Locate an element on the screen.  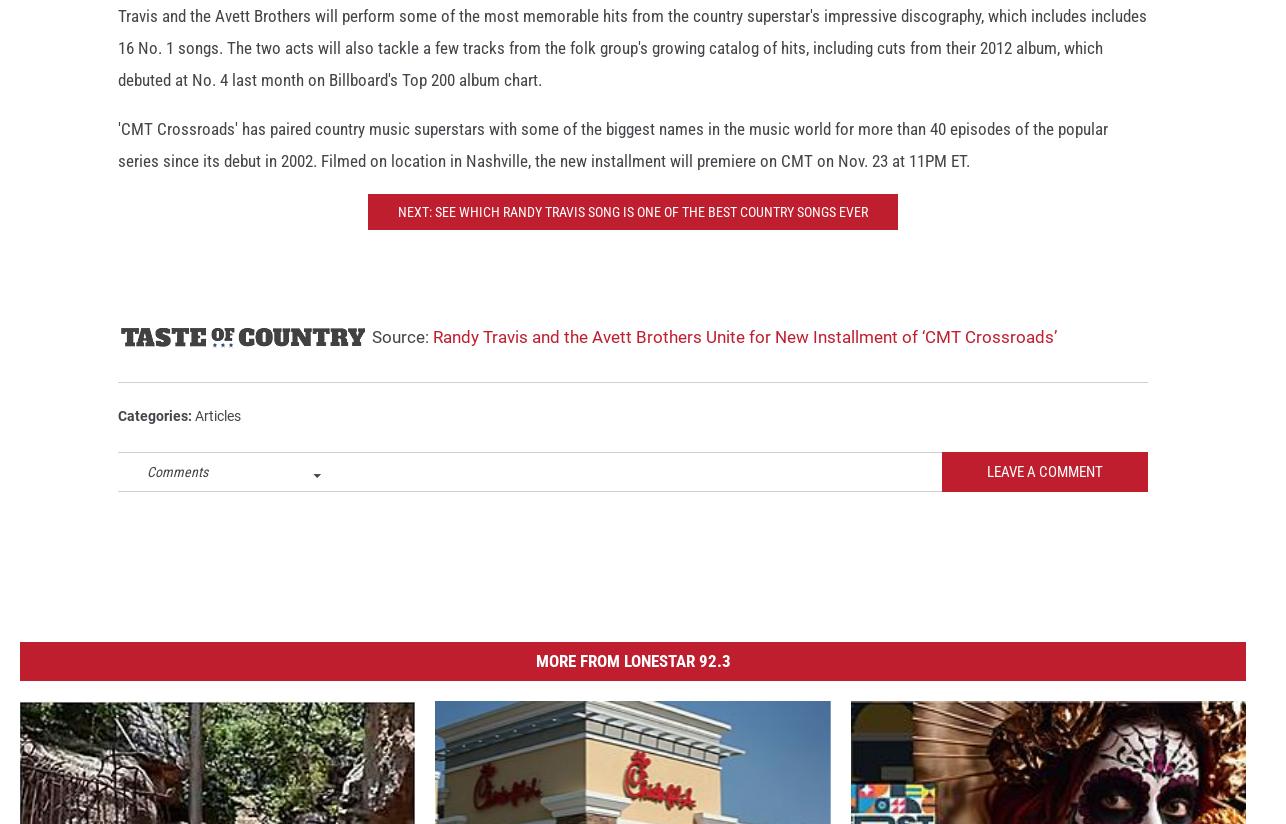
''CMT Crossroads' has paired country music superstars with some of the biggest names in the music world for more than 40 episodes of the popular series since its debut in 2002. Filmed on location in Nashville, the new installment will premiere on CMT on Nov. 23 at 11PM ET.' is located at coordinates (612, 161).